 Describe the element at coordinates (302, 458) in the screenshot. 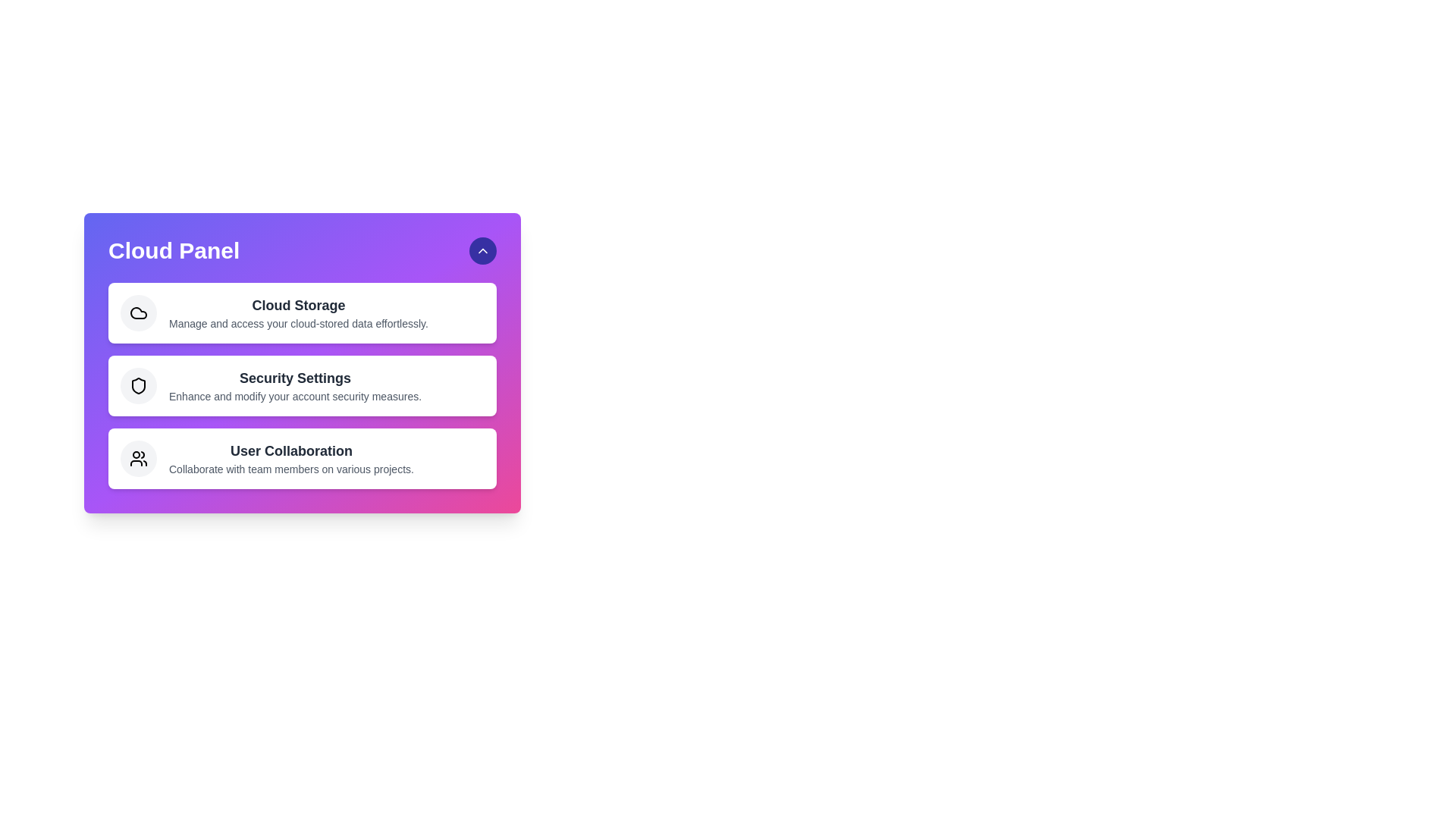

I see `the 'User Collaboration' option to access its details` at that location.